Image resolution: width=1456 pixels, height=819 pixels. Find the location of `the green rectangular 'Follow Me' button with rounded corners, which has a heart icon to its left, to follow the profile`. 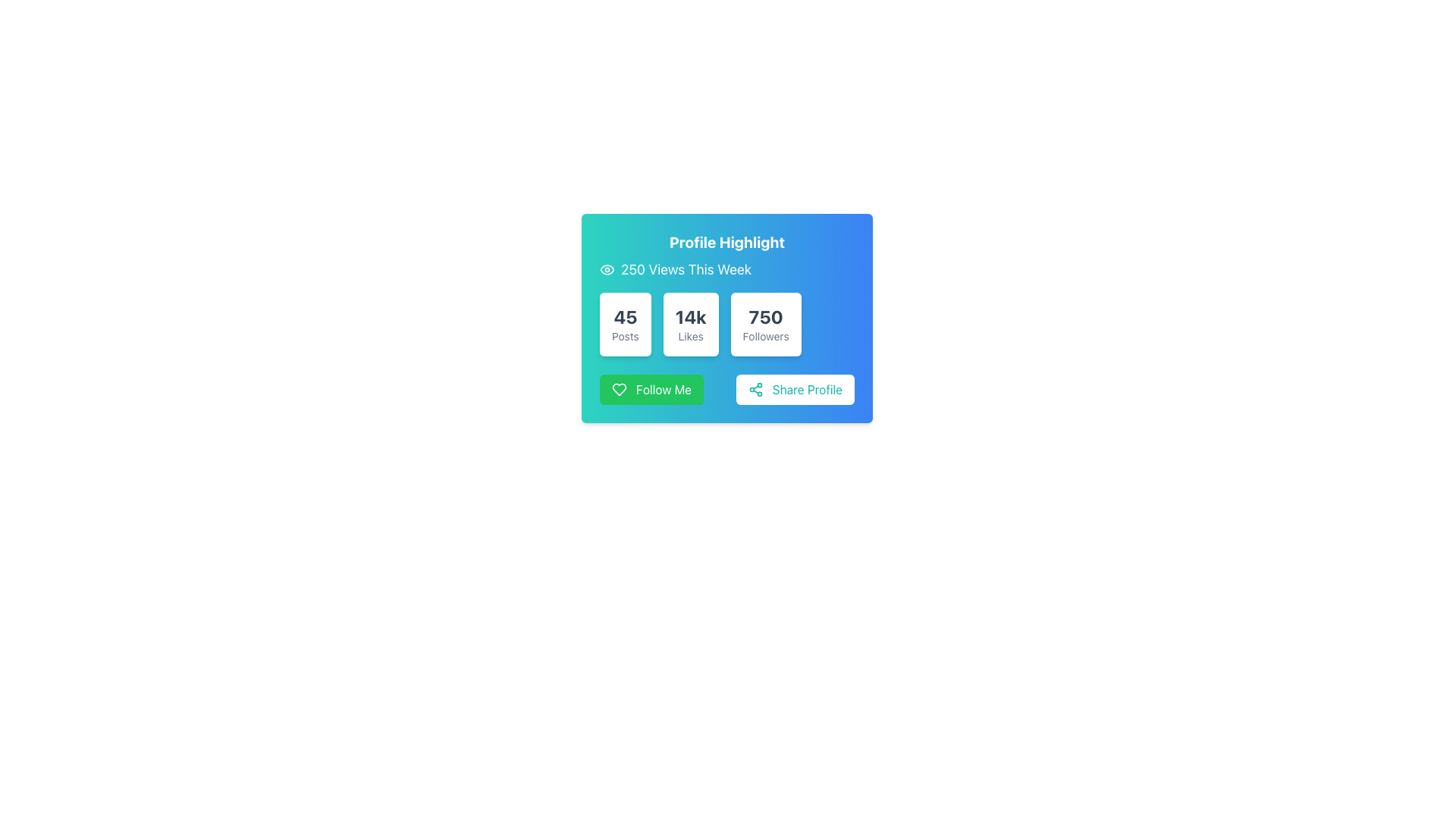

the green rectangular 'Follow Me' button with rounded corners, which has a heart icon to its left, to follow the profile is located at coordinates (651, 388).